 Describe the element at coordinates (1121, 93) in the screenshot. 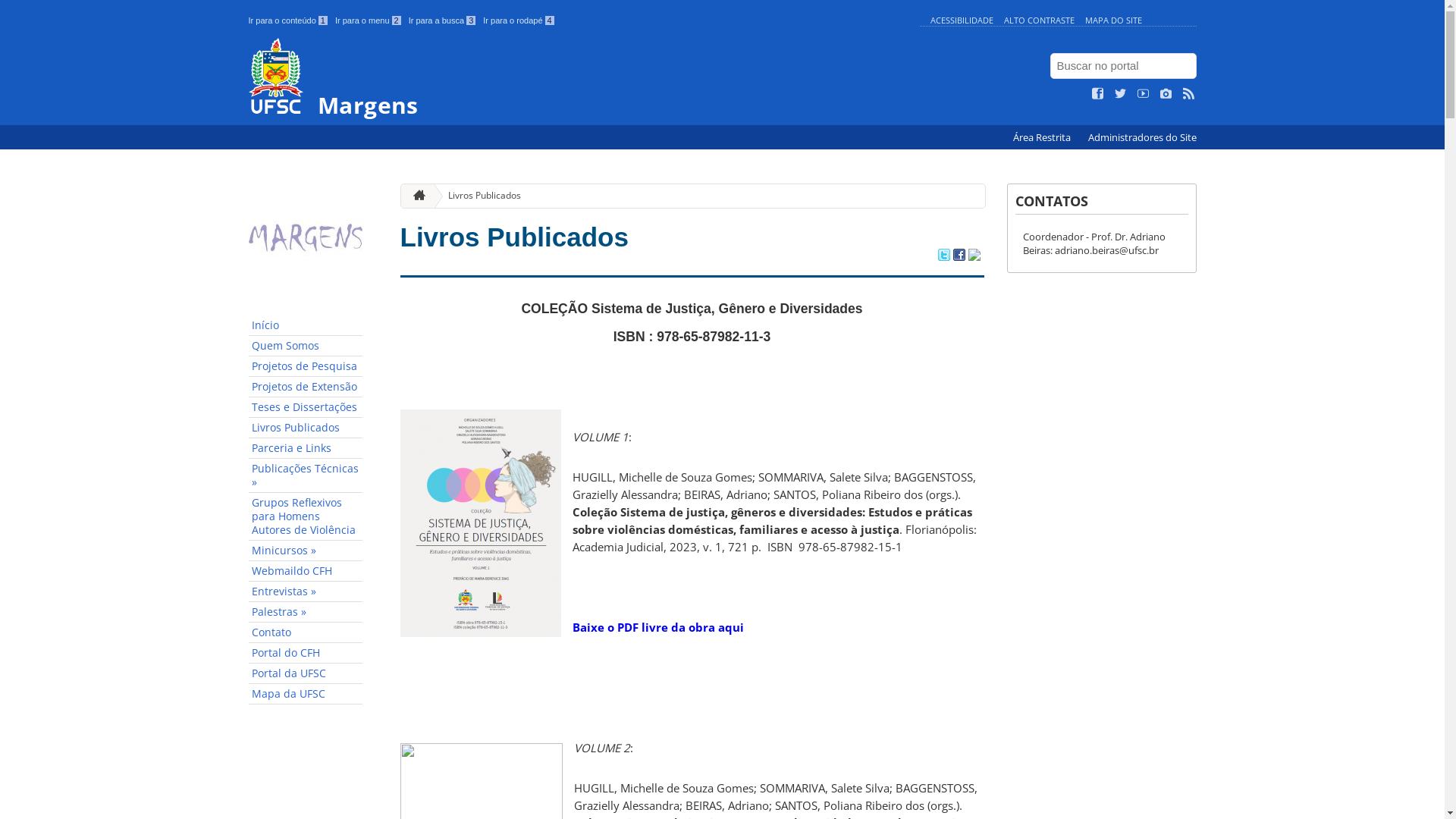

I see `'Siga no Twitter'` at that location.